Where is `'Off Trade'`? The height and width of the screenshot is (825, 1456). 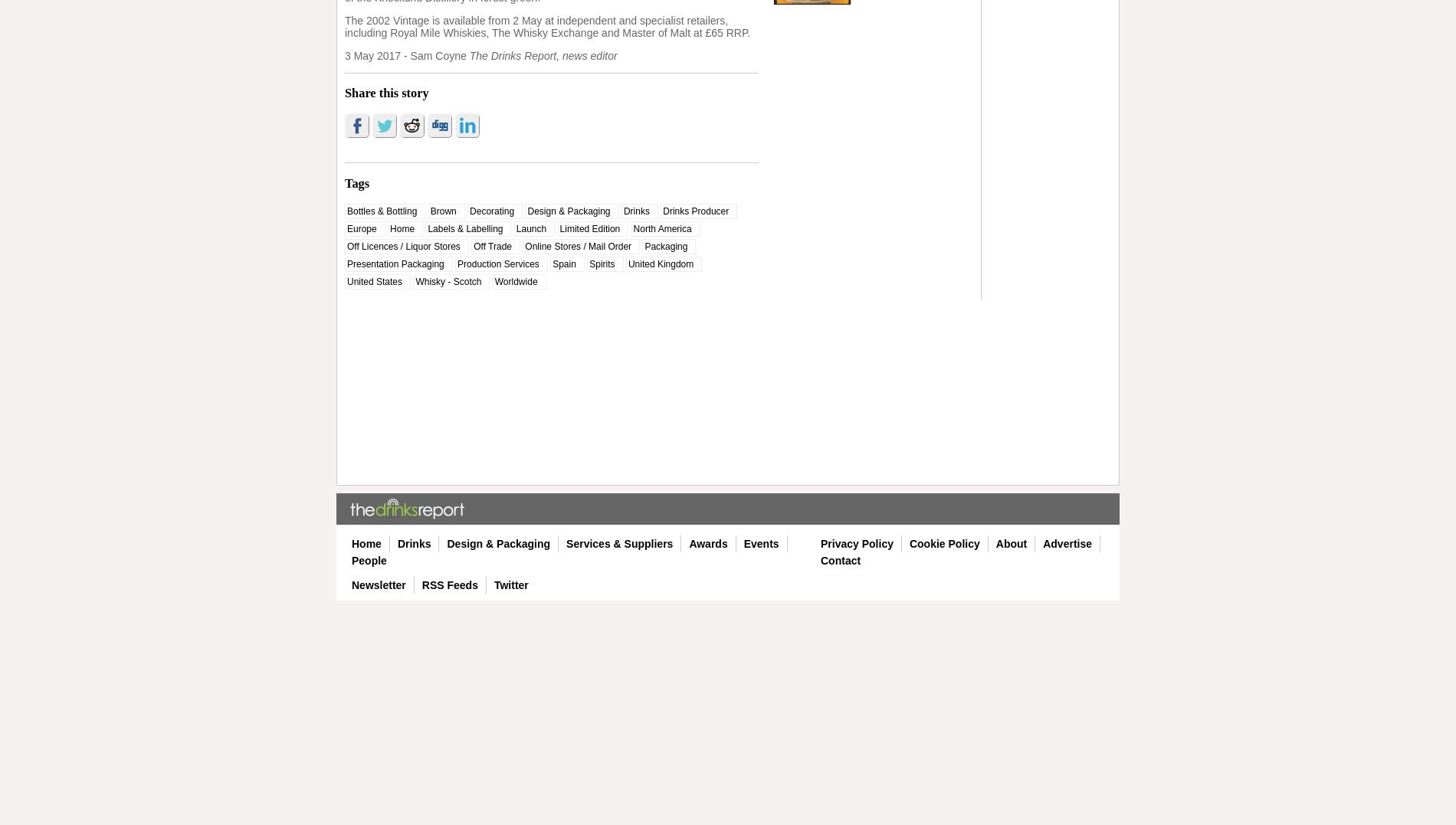 'Off Trade' is located at coordinates (492, 247).